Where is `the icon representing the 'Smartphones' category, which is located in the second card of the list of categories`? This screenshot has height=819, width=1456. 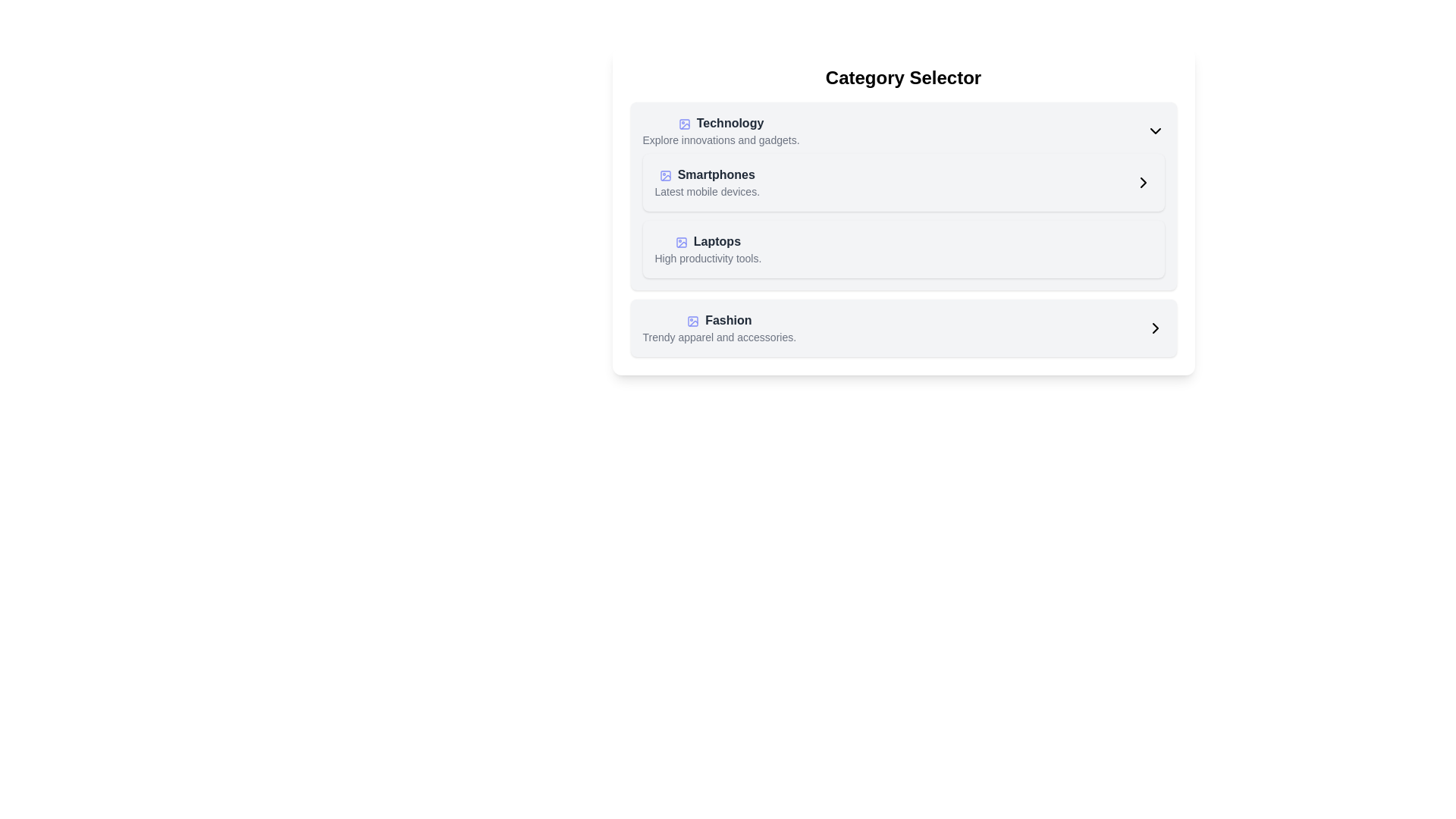
the icon representing the 'Smartphones' category, which is located in the second card of the list of categories is located at coordinates (665, 174).